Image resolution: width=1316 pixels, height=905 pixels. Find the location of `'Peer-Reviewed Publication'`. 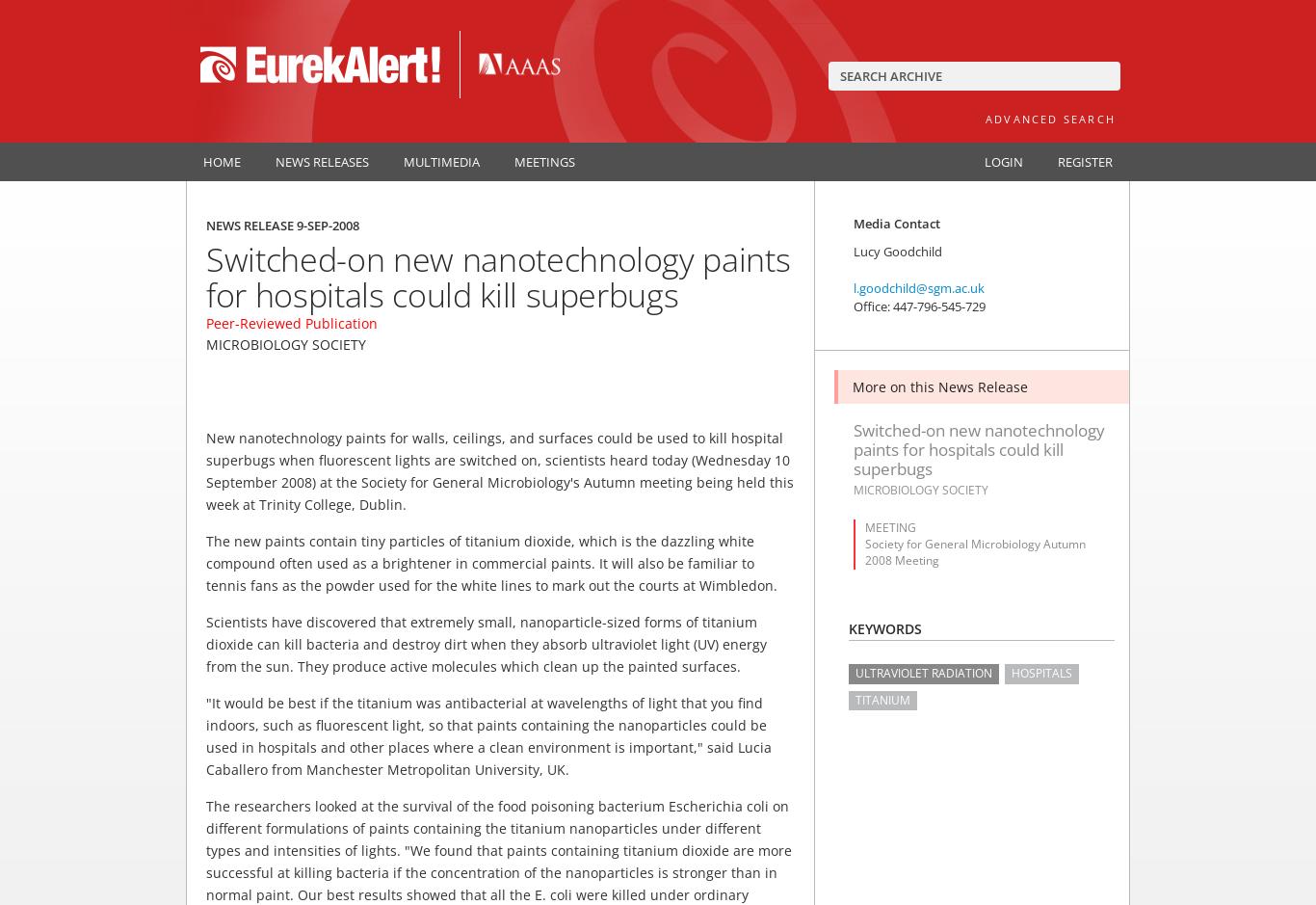

'Peer-Reviewed Publication' is located at coordinates (291, 321).